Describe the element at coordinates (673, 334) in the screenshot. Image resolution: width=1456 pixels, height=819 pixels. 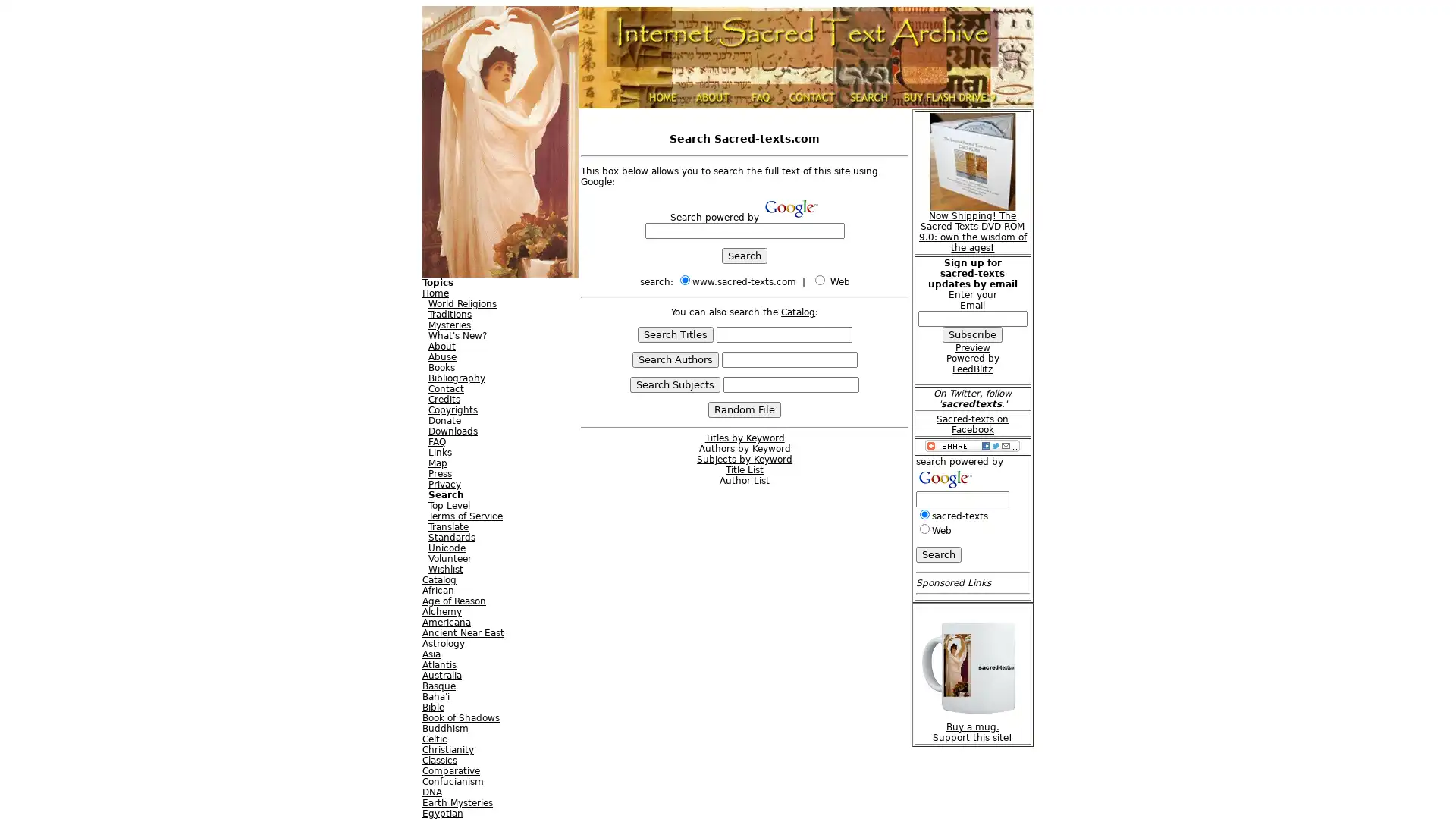
I see `Search Titles` at that location.